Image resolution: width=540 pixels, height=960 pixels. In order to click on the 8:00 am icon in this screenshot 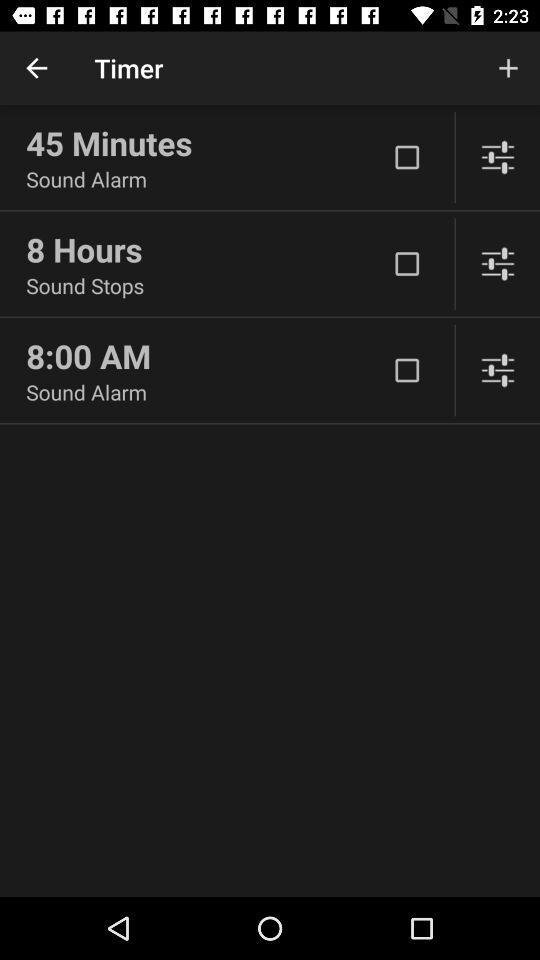, I will do `click(205, 356)`.